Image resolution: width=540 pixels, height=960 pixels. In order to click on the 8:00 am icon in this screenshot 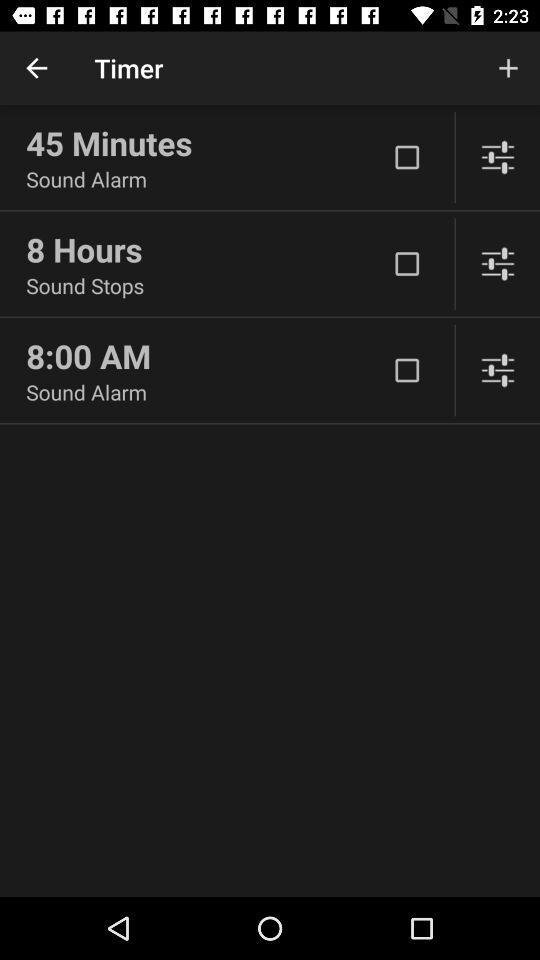, I will do `click(205, 356)`.